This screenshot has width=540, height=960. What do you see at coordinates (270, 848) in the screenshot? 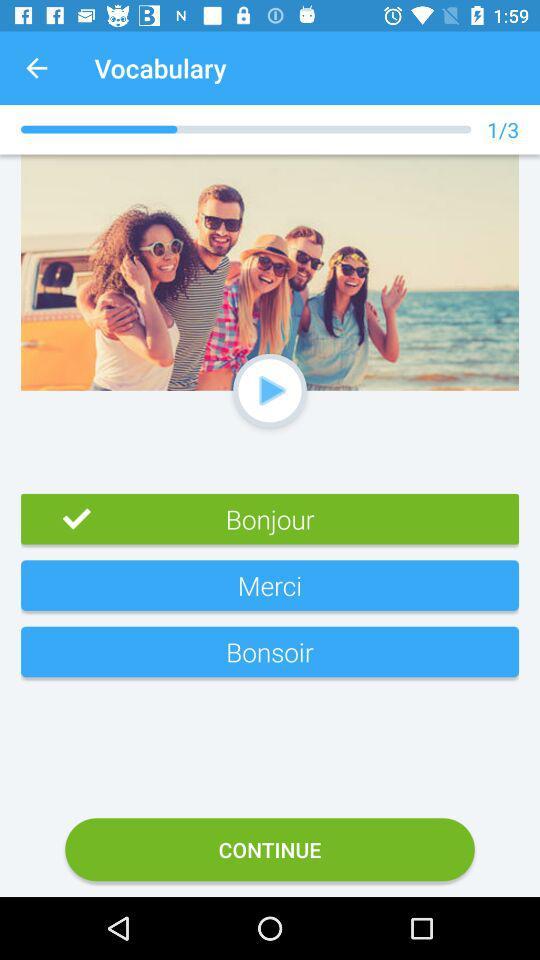
I see `continue item` at bounding box center [270, 848].